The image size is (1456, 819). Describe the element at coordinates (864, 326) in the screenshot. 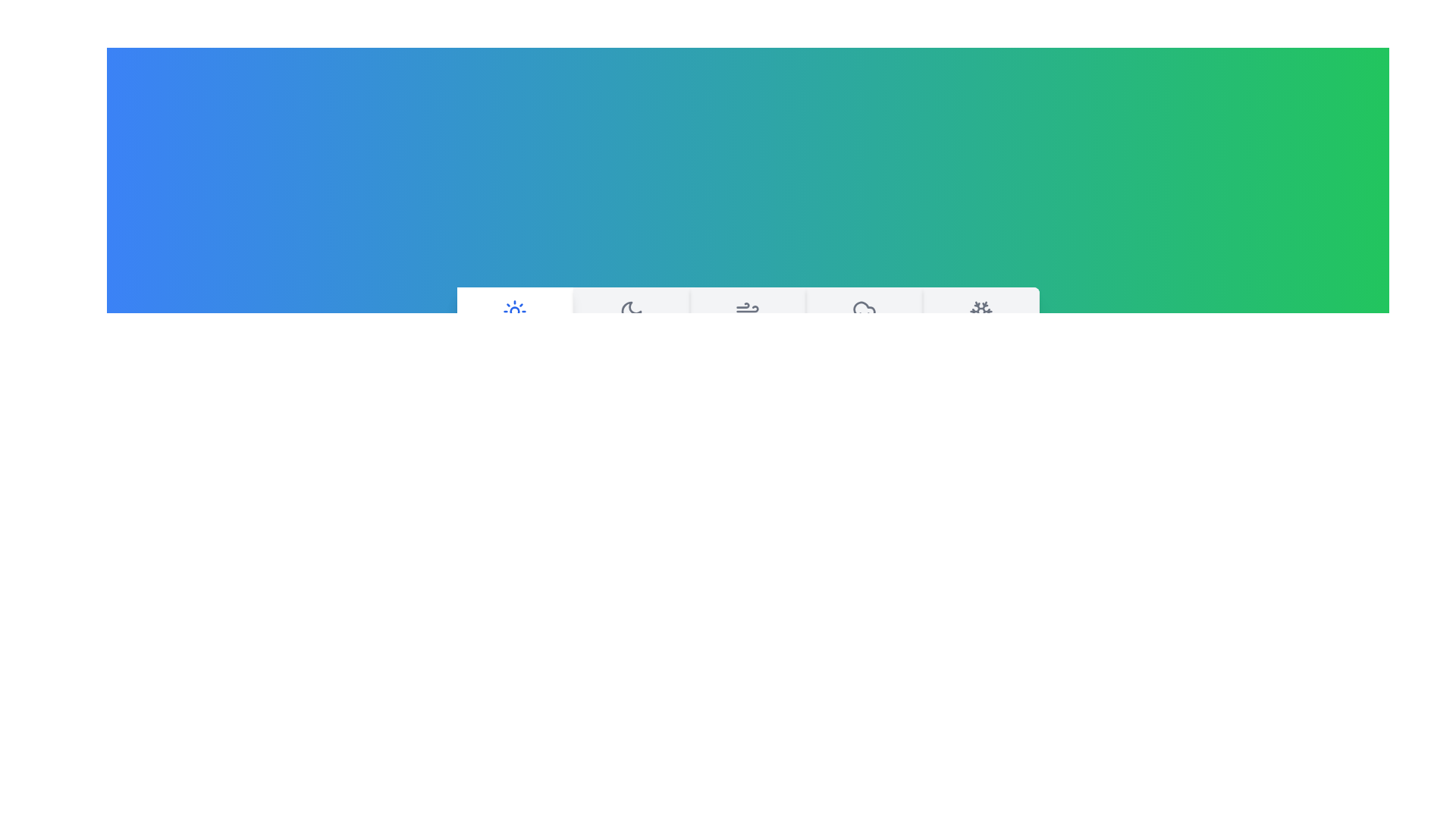

I see `the Rainy tab to view its details` at that location.